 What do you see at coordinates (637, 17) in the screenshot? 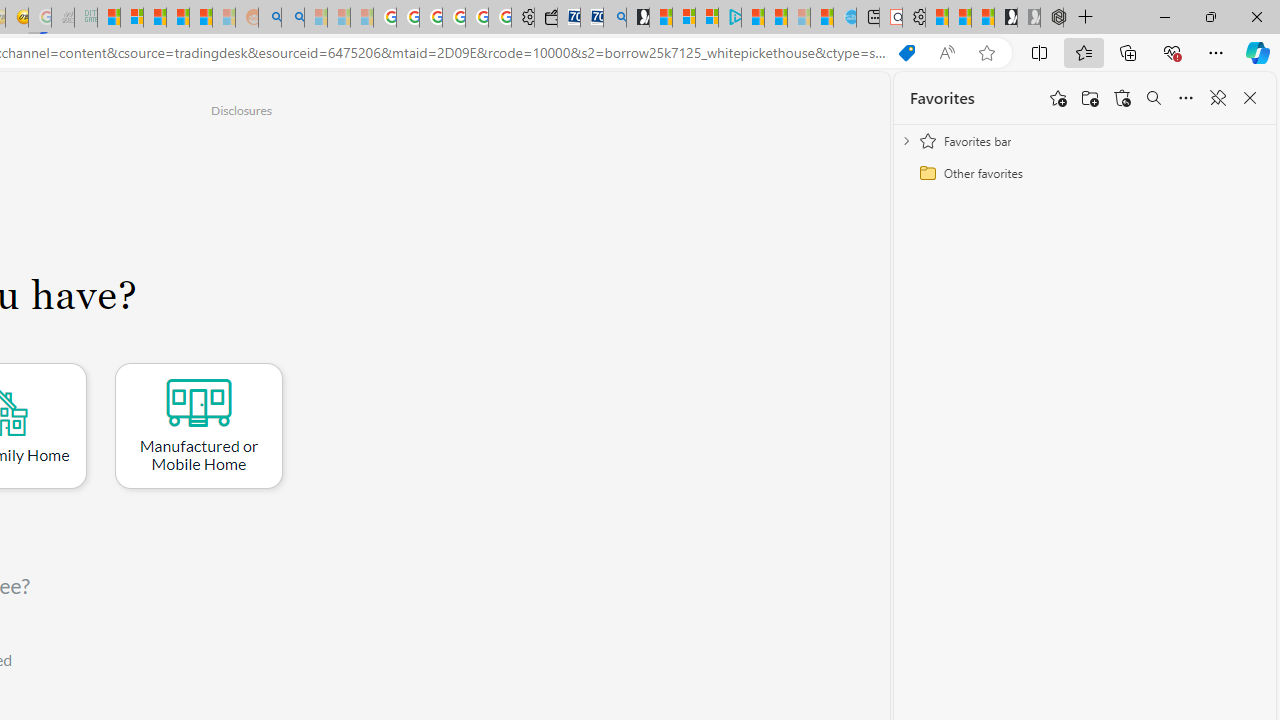
I see `'Microsoft Start Gaming'` at bounding box center [637, 17].